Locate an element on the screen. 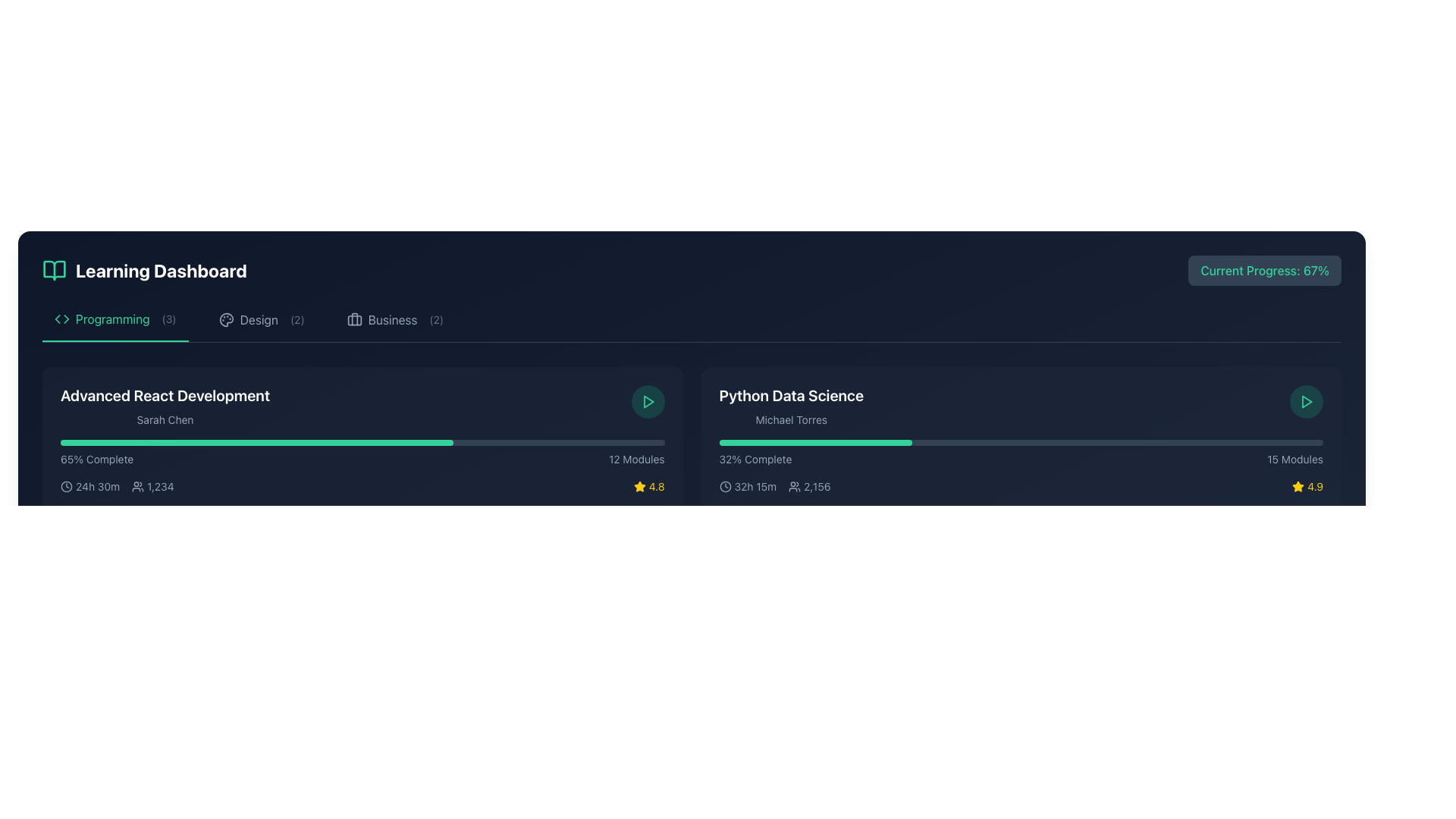 This screenshot has width=1456, height=819. the '12 Modules' text label element, which is styled with a light gray font on a dark background, located at the bottom-right corner of the 'Advanced React Development' course card, adjacent to the '65% Complete' label is located at coordinates (636, 458).